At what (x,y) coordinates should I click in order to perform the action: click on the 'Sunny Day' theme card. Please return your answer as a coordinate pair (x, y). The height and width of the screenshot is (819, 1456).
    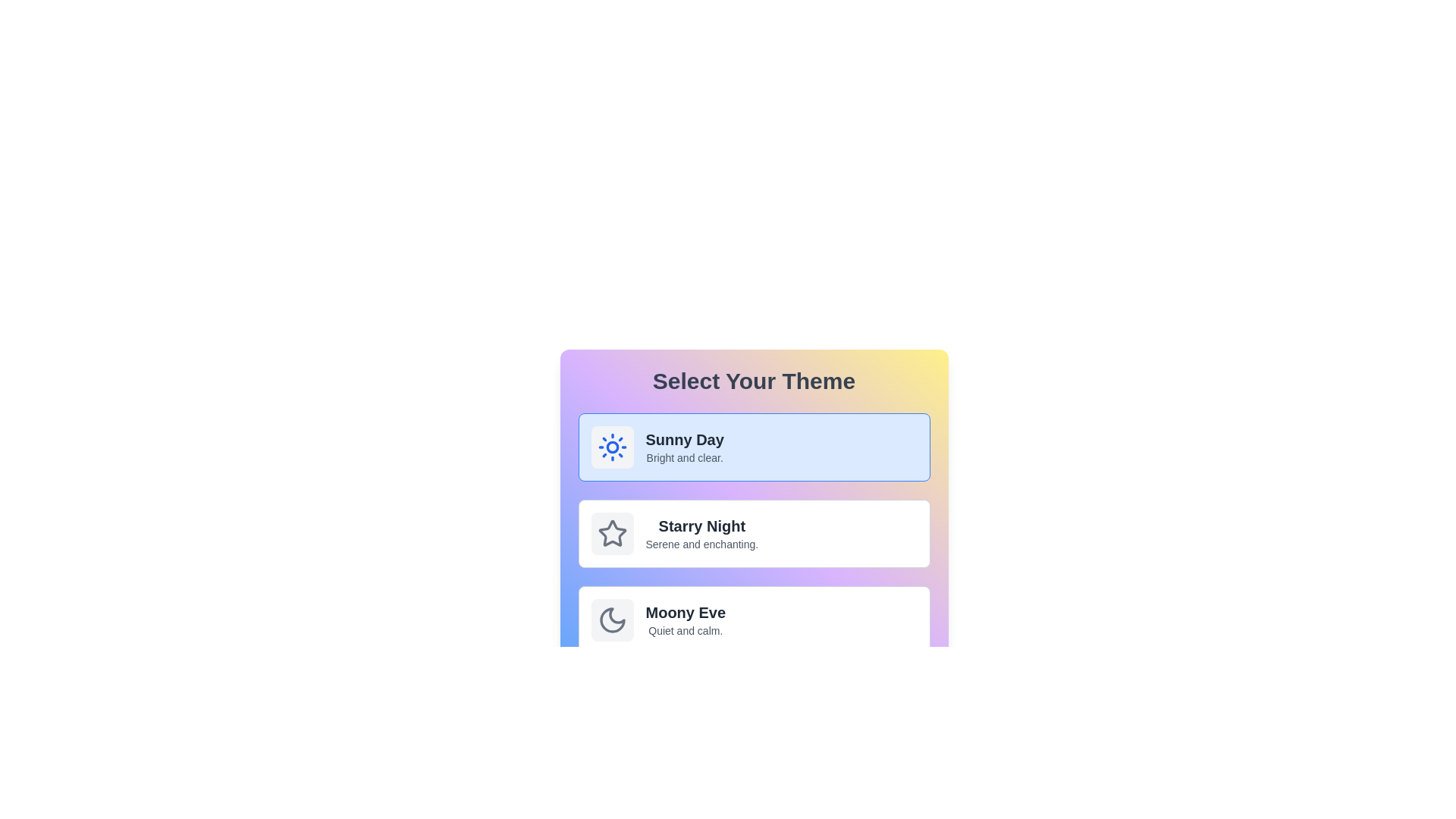
    Looking at the image, I should click on (754, 447).